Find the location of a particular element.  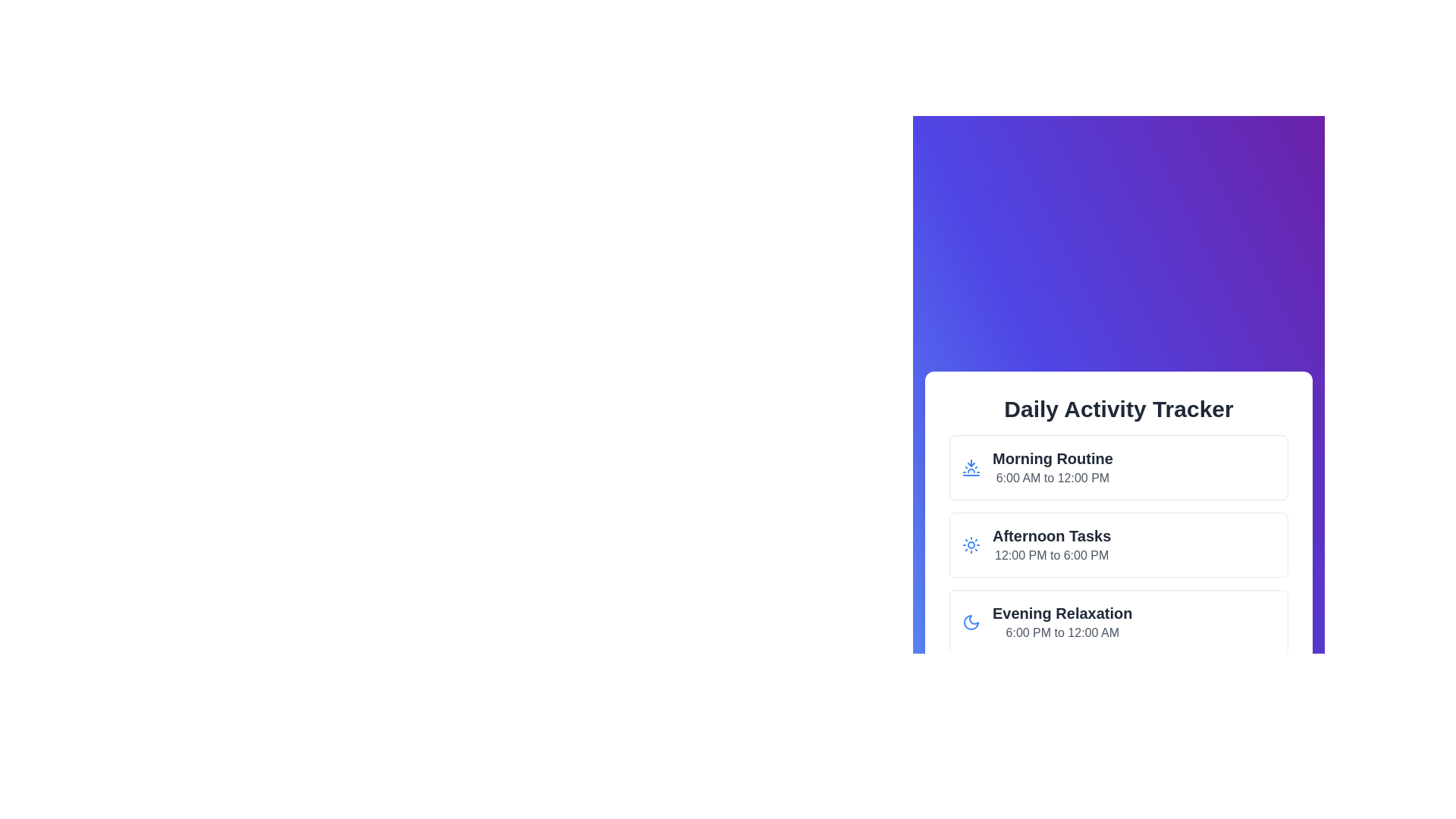

text block that informs users about the 'Evening Relaxation' activity scheduled from 6:00 PM to 12:00 AM, located as the third event in the 'Daily Activity Tracker' is located at coordinates (1062, 623).